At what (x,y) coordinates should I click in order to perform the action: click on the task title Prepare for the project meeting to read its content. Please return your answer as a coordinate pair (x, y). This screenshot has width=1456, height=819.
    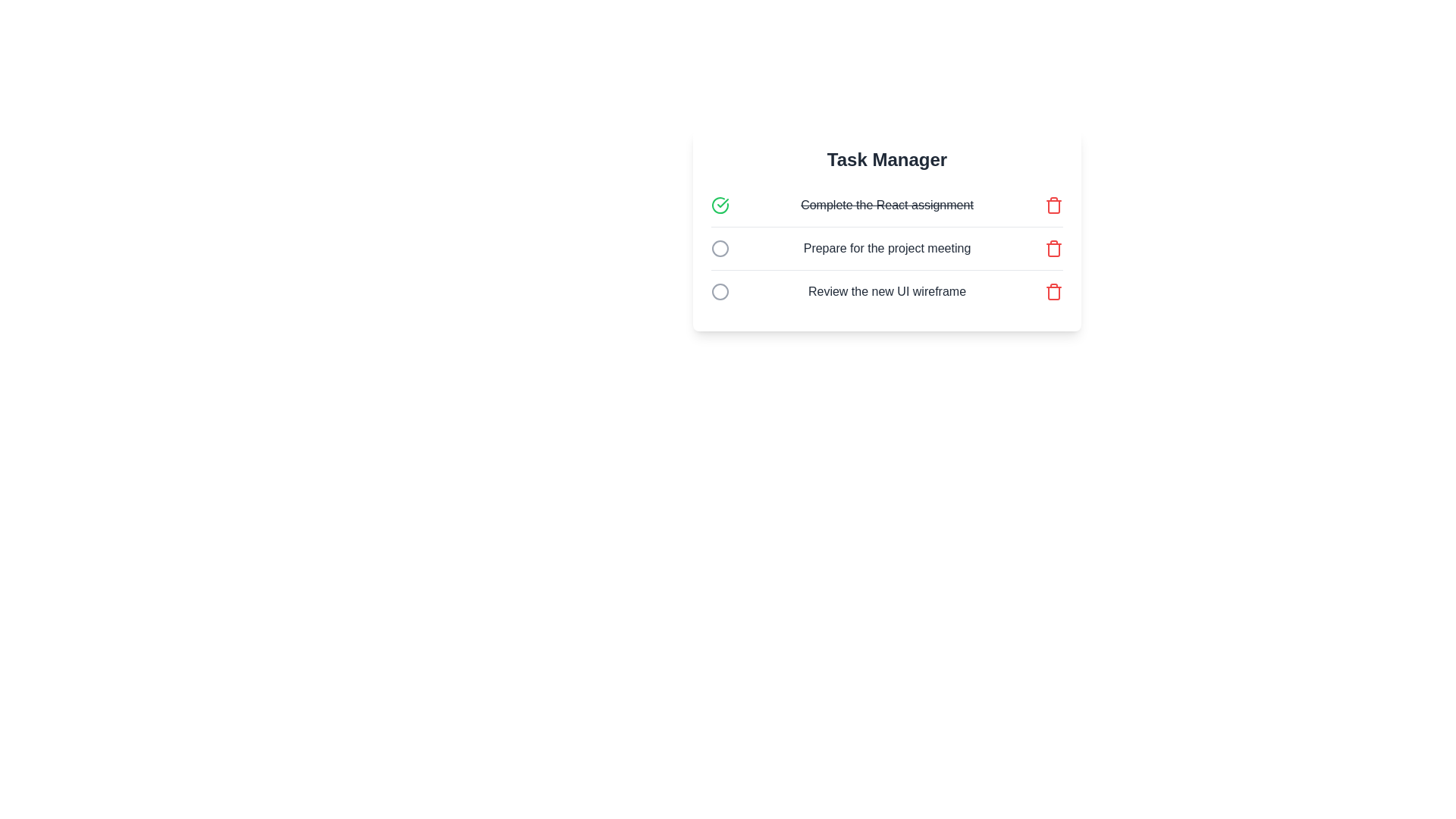
    Looking at the image, I should click on (887, 247).